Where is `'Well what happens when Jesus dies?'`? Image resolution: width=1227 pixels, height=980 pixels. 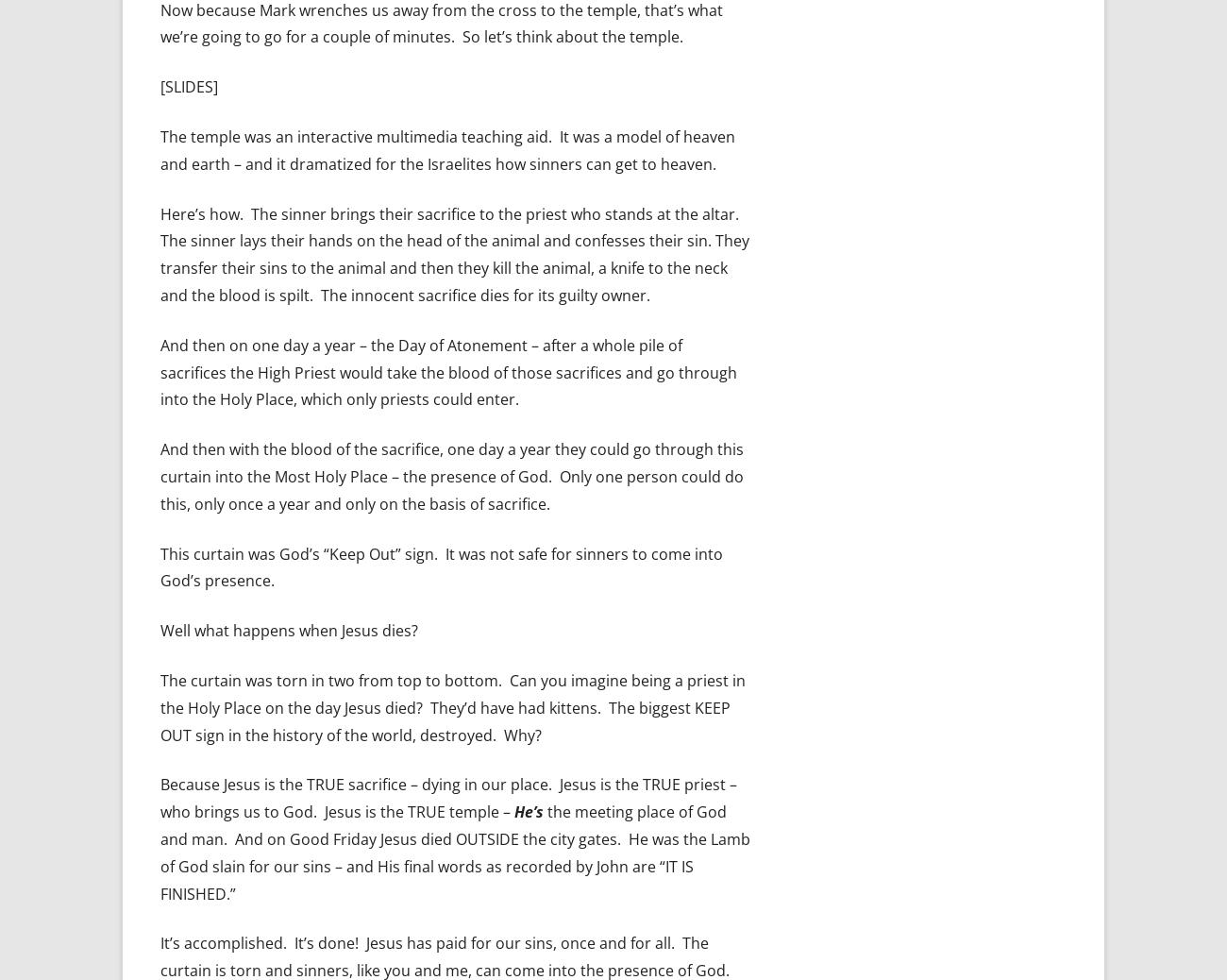
'Well what happens when Jesus dies?' is located at coordinates (289, 629).